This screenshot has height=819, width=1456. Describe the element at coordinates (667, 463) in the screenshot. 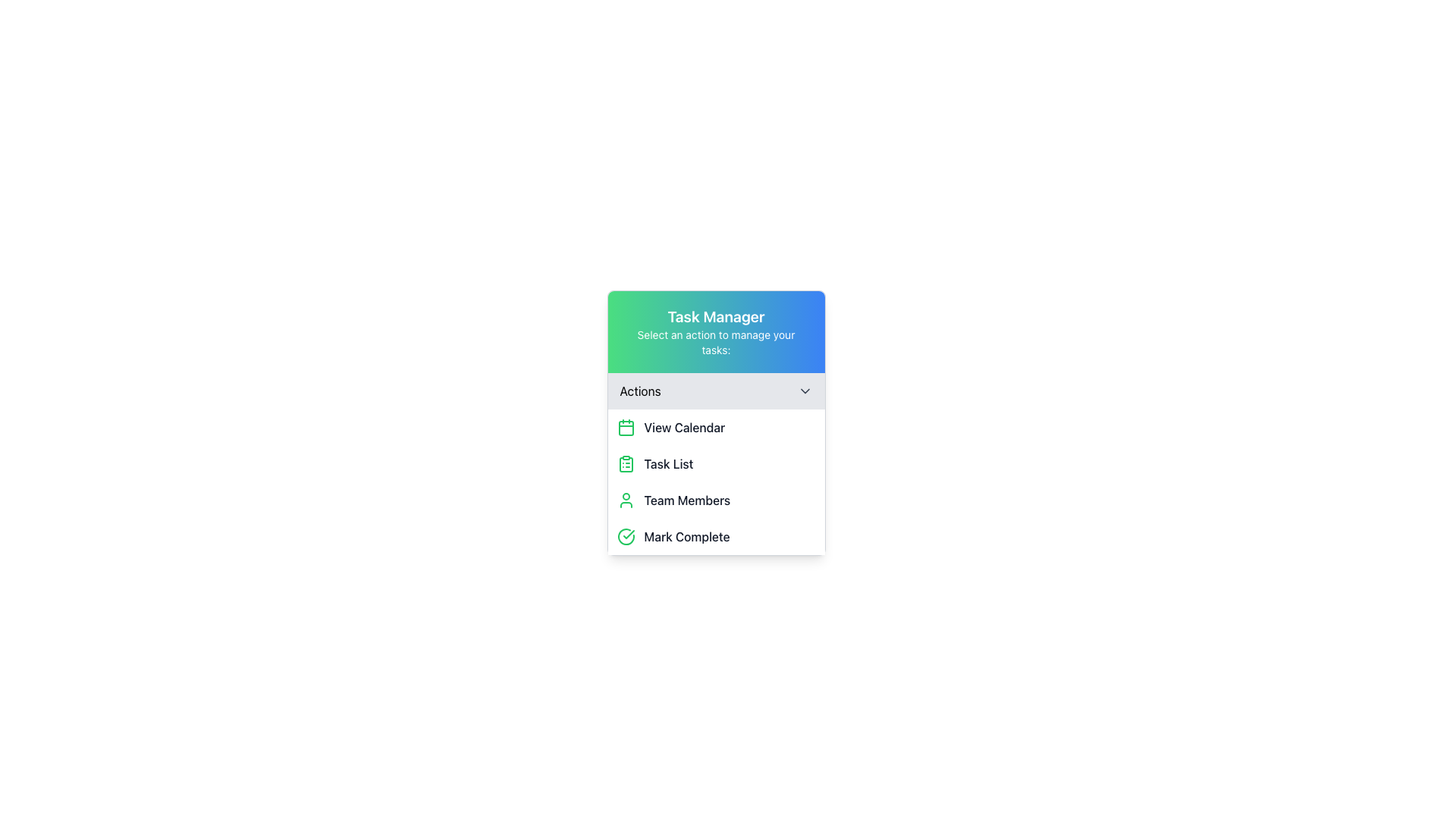

I see `the 'Task List' text label in the pop-up action menu, which is the second item in a vertical list of four menu options and has a green clipboard icon next to it` at that location.